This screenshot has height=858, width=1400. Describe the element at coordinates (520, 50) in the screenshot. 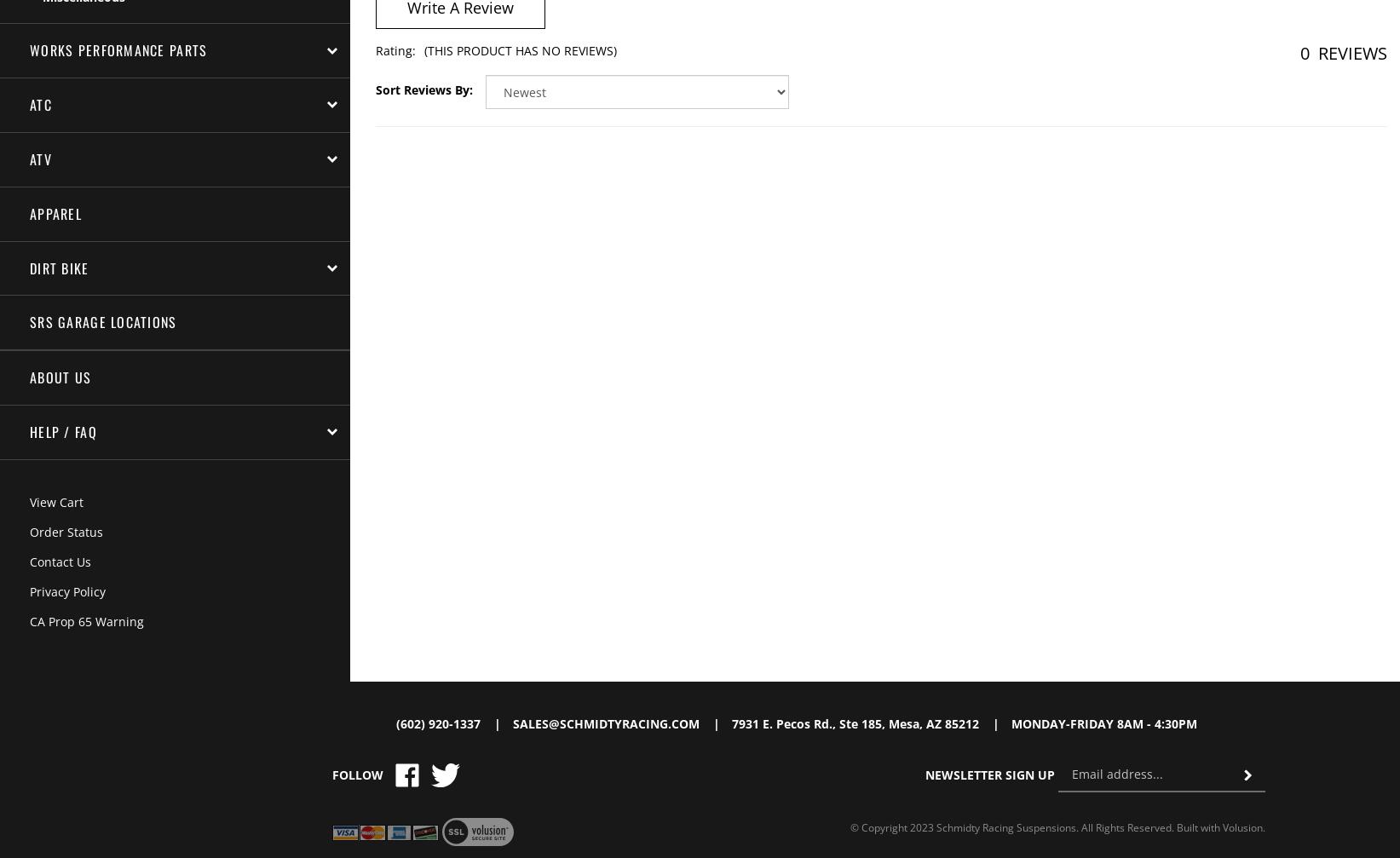

I see `'(This product has no reviews)'` at that location.